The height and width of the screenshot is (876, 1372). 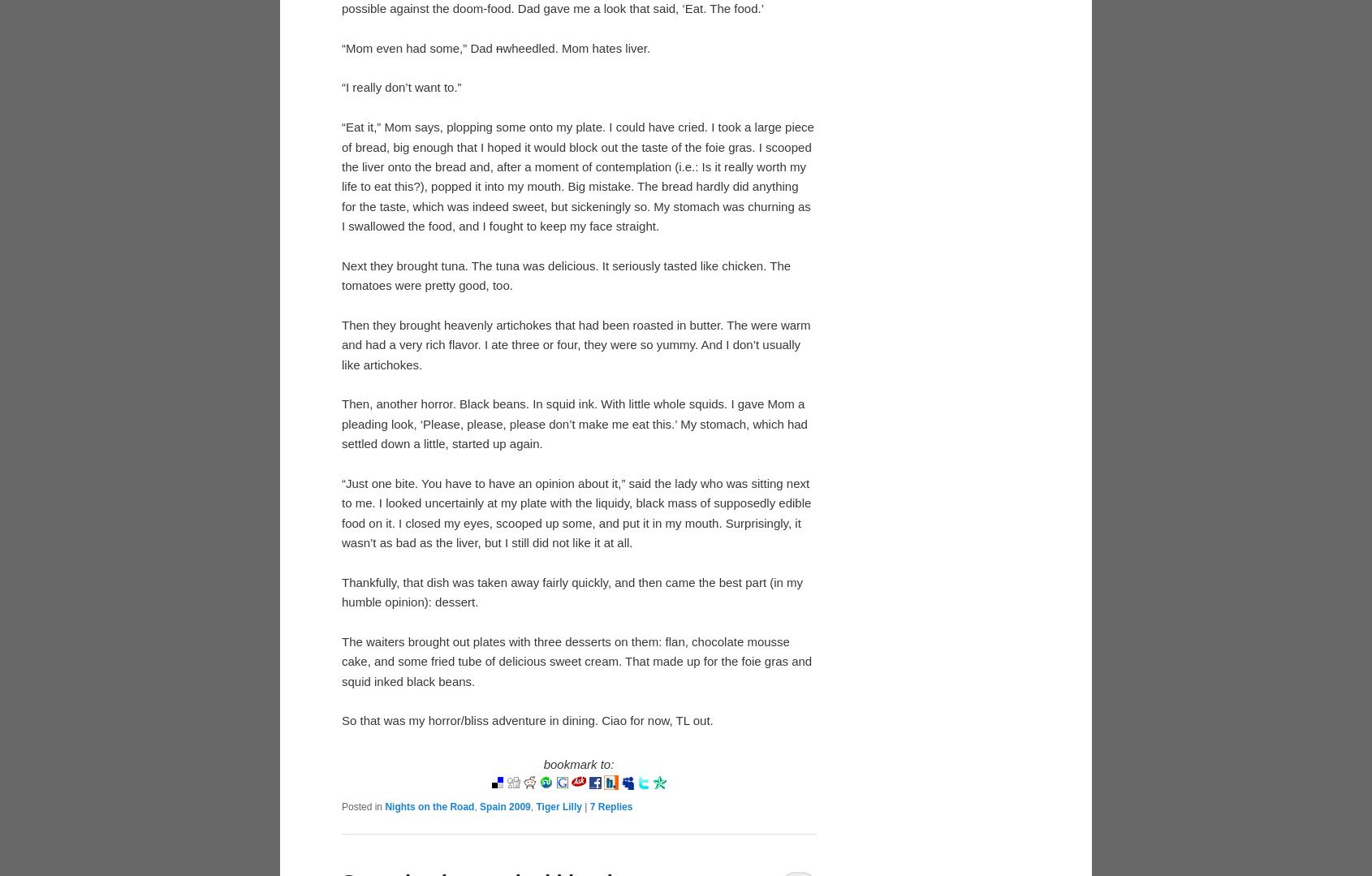 I want to click on 'Spain 2009', so click(x=478, y=805).